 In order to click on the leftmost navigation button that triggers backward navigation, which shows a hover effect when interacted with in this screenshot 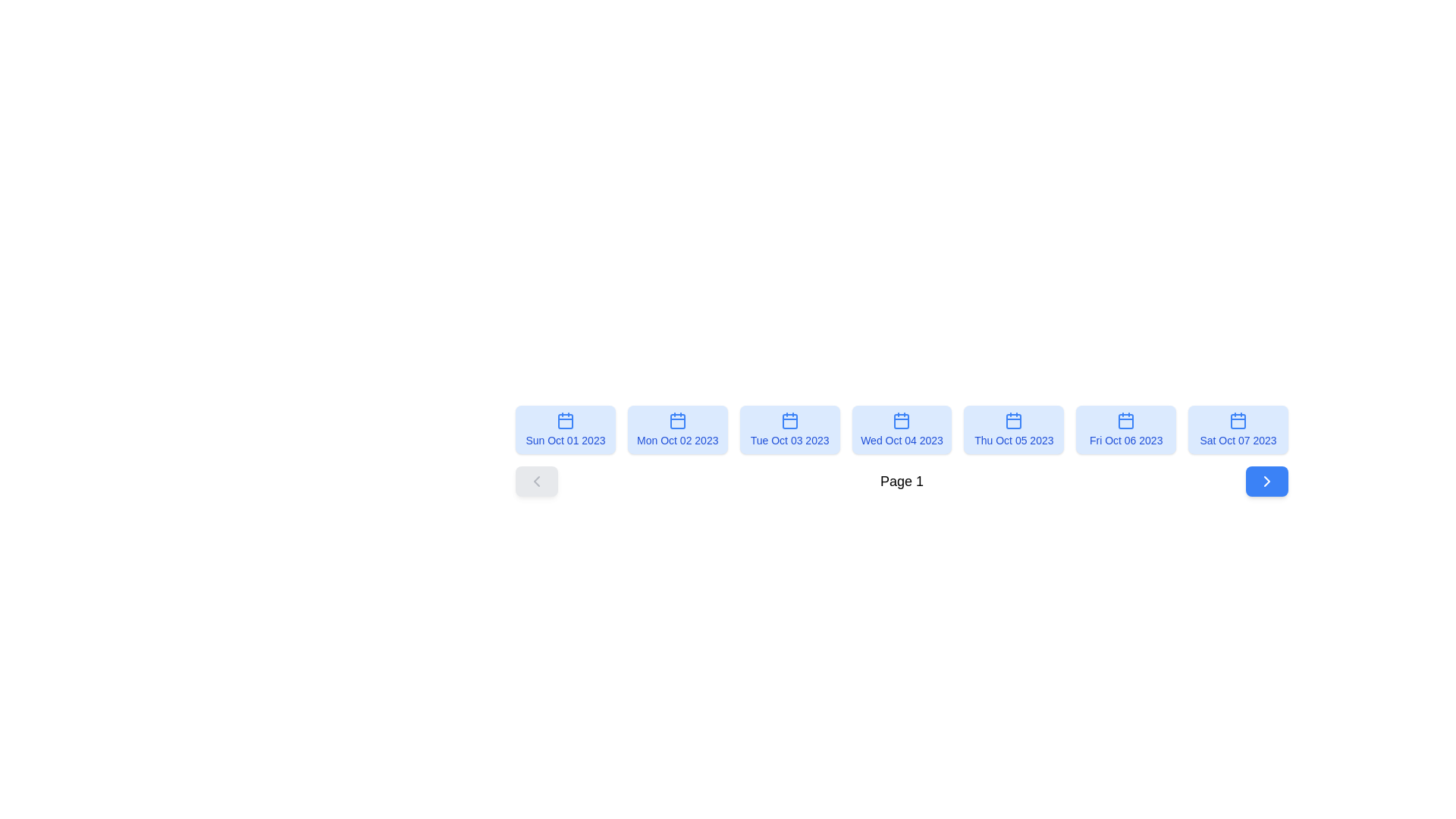, I will do `click(537, 482)`.